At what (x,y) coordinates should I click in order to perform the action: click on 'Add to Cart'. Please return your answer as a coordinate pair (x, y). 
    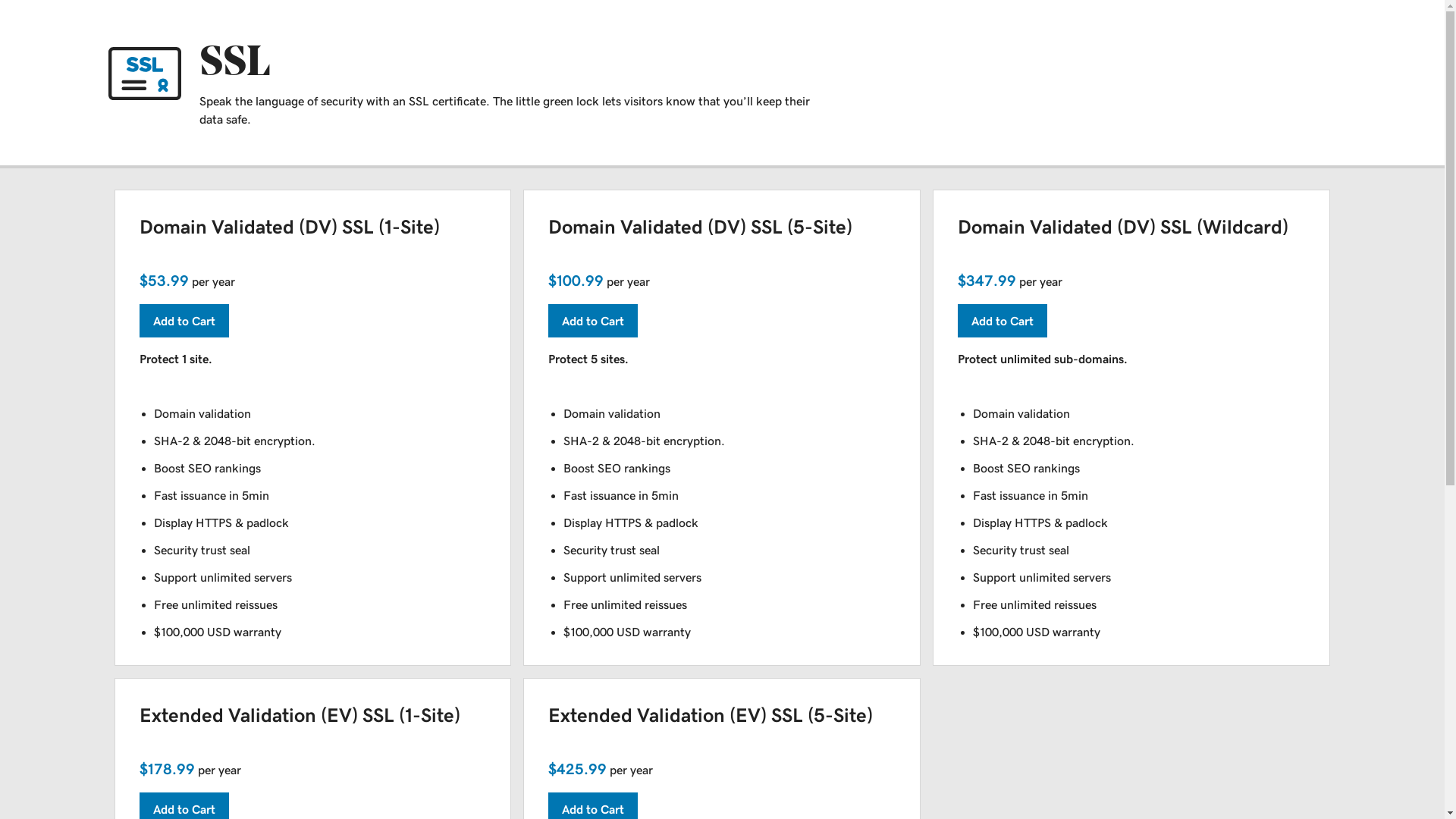
    Looking at the image, I should click on (592, 320).